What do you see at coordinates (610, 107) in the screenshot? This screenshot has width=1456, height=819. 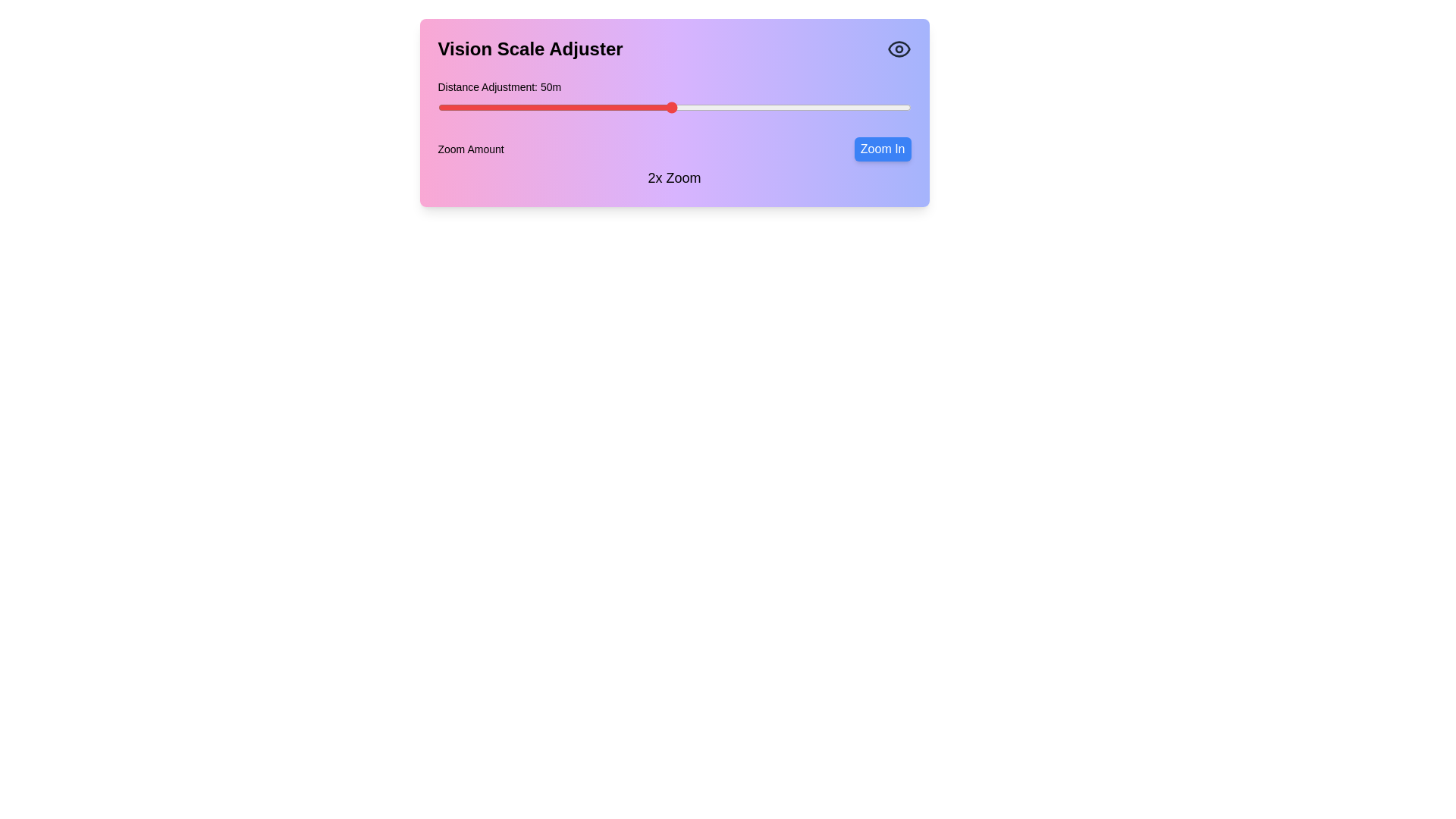 I see `the distance adjustment` at bounding box center [610, 107].